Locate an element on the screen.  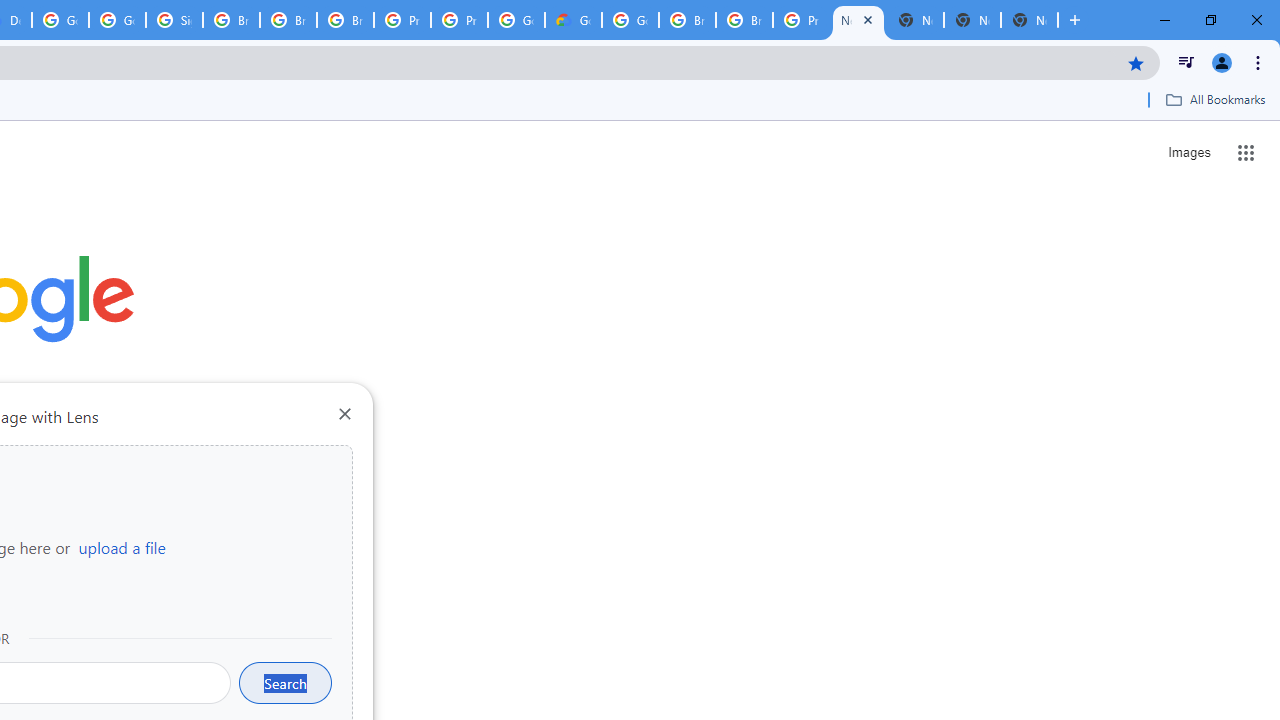
'Search for Images ' is located at coordinates (1189, 152).